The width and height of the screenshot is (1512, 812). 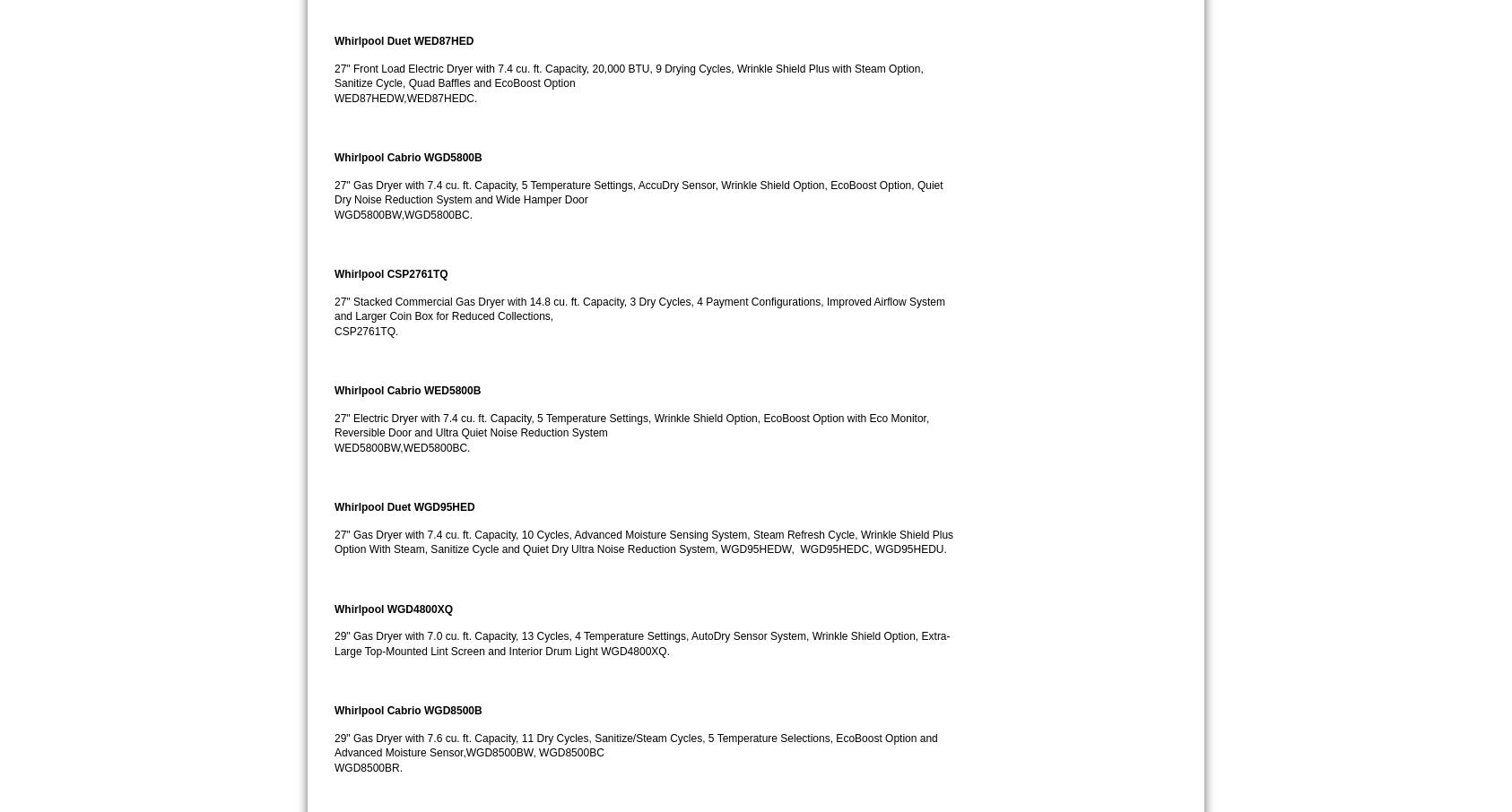 What do you see at coordinates (404, 505) in the screenshot?
I see `'Whirlpool Duet WGD95HED'` at bounding box center [404, 505].